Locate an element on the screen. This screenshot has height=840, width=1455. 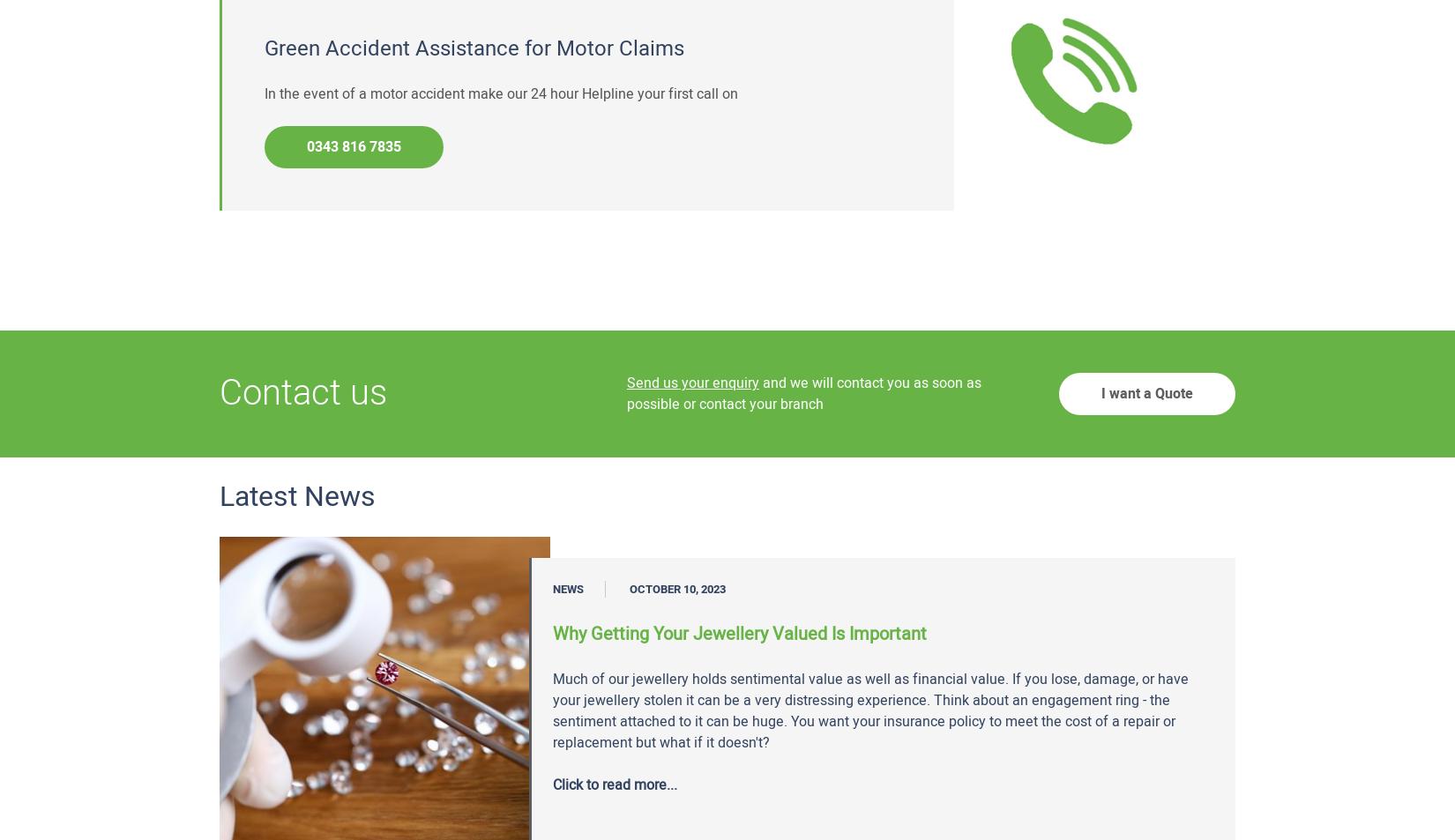
'News' is located at coordinates (567, 589).